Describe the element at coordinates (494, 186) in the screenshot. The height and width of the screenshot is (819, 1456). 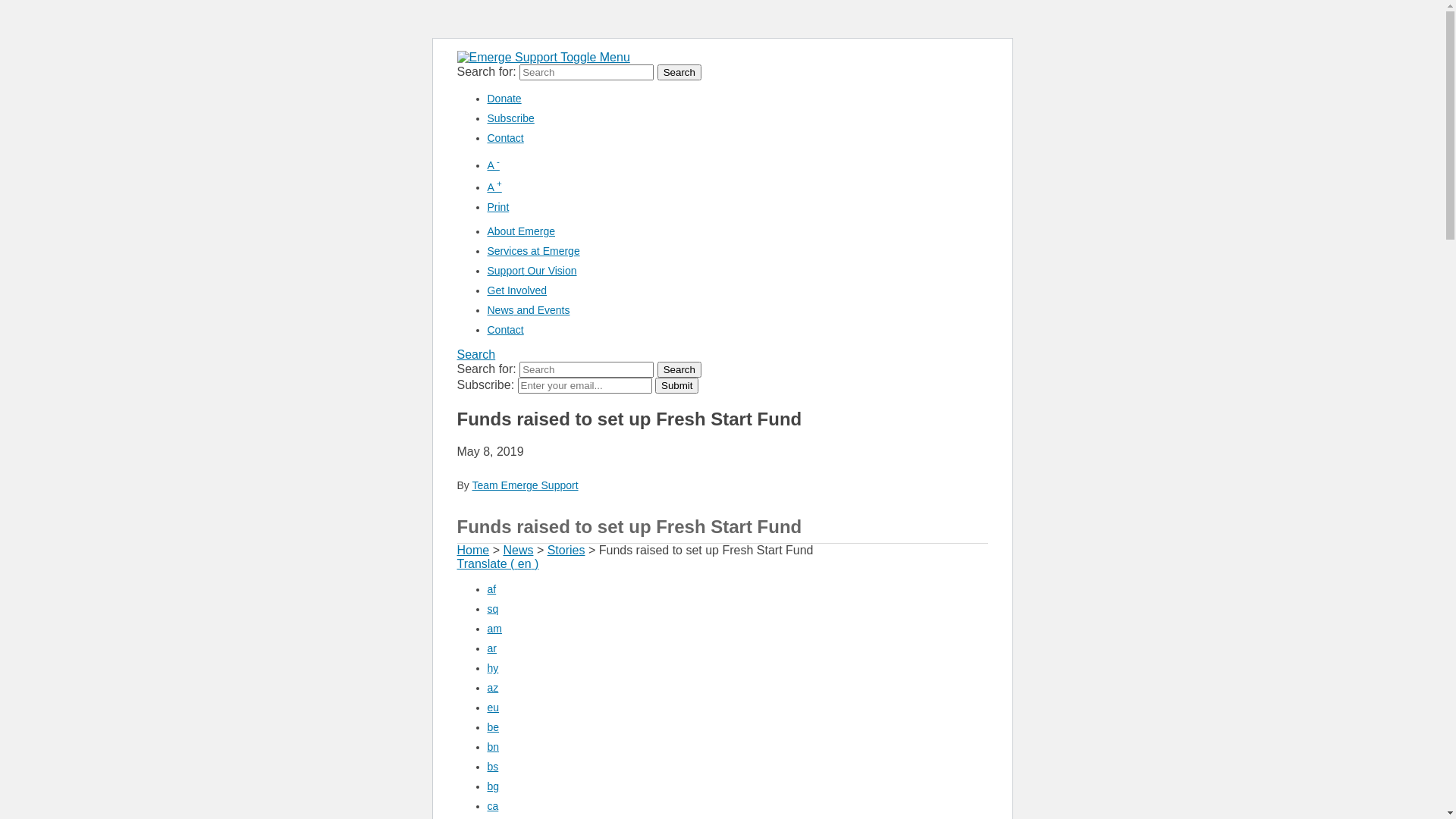
I see `'A +'` at that location.